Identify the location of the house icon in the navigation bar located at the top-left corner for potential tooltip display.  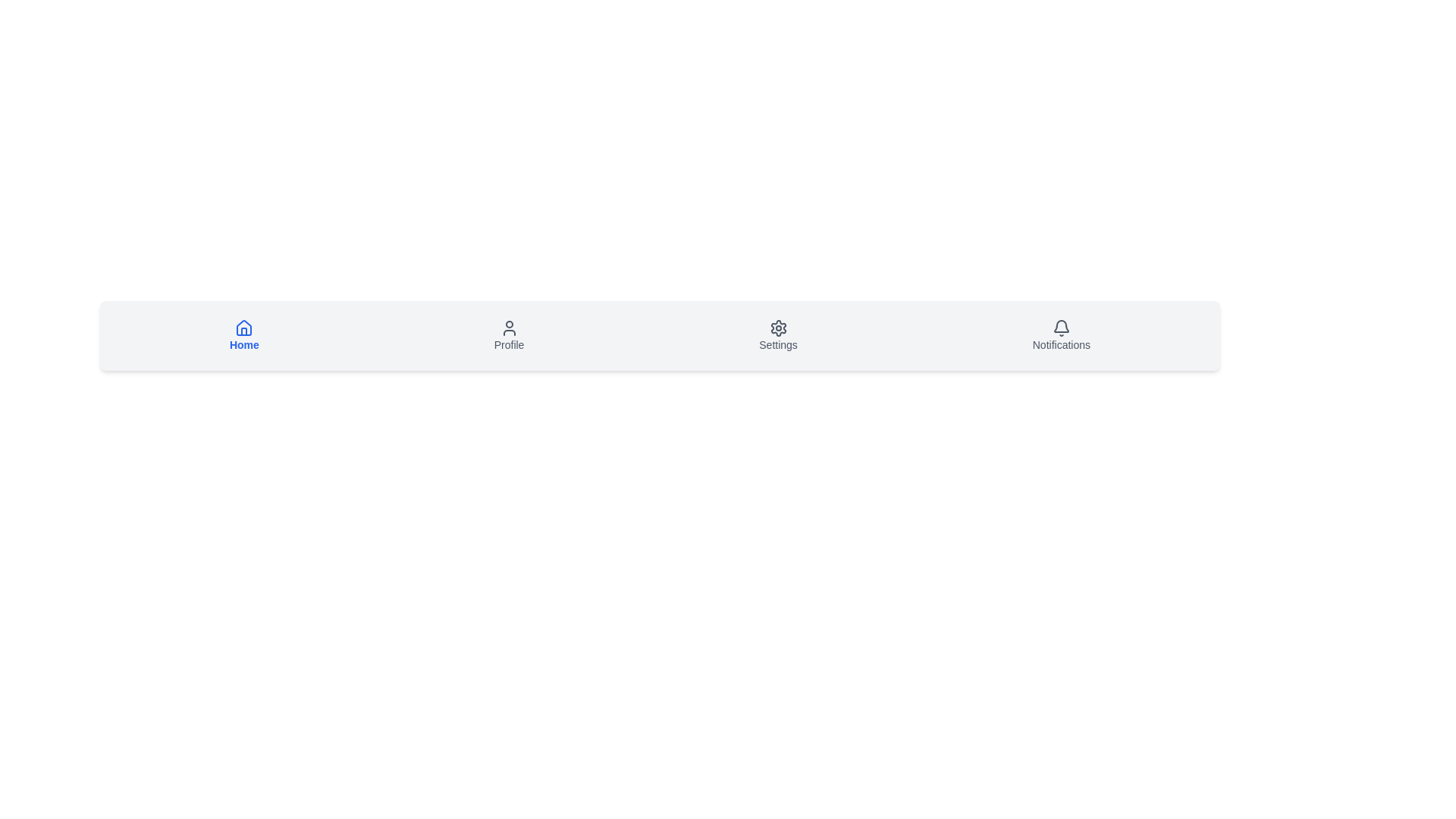
(244, 327).